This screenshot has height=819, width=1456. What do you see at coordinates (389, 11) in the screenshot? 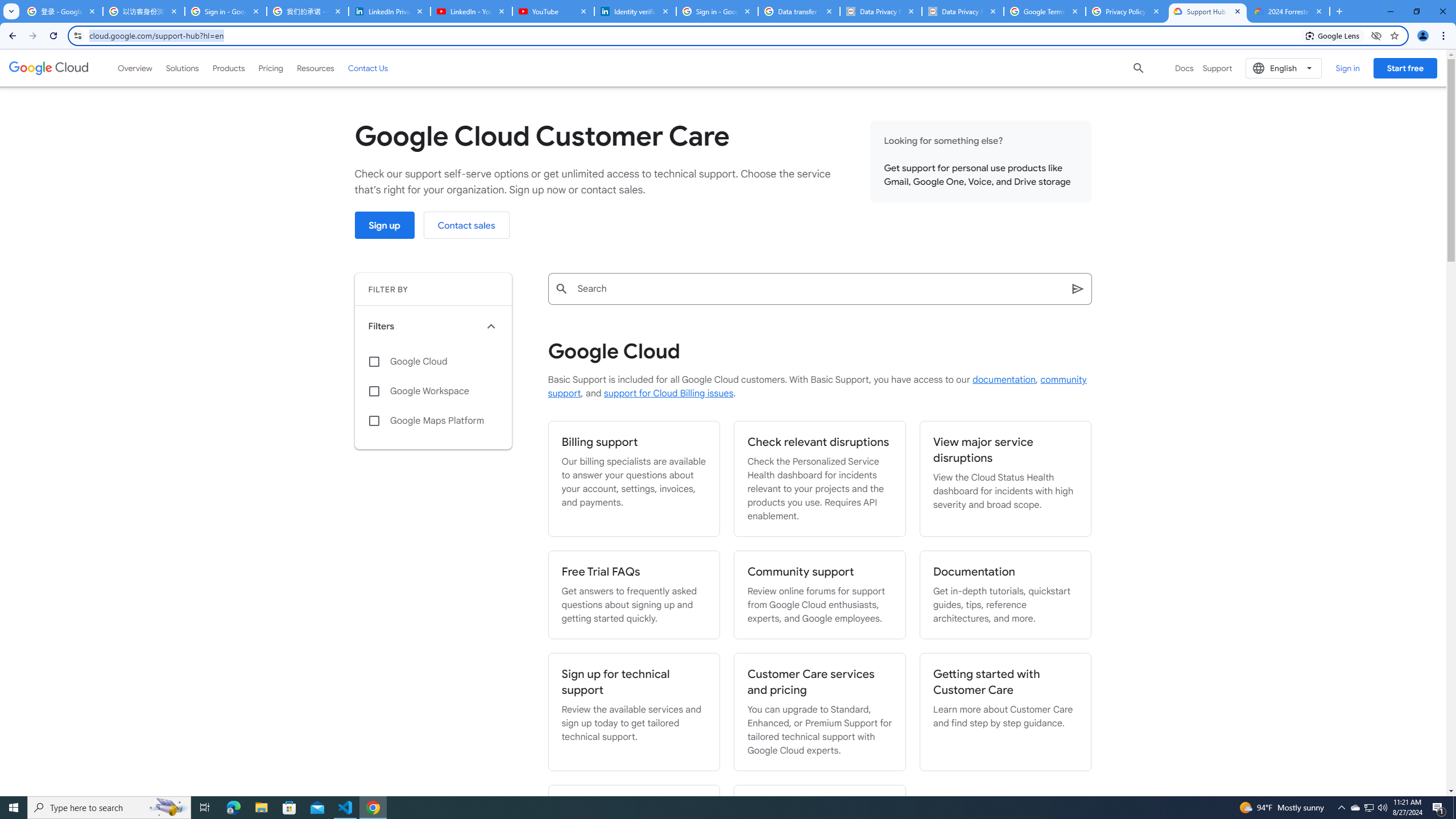
I see `'LinkedIn Privacy Policy'` at bounding box center [389, 11].